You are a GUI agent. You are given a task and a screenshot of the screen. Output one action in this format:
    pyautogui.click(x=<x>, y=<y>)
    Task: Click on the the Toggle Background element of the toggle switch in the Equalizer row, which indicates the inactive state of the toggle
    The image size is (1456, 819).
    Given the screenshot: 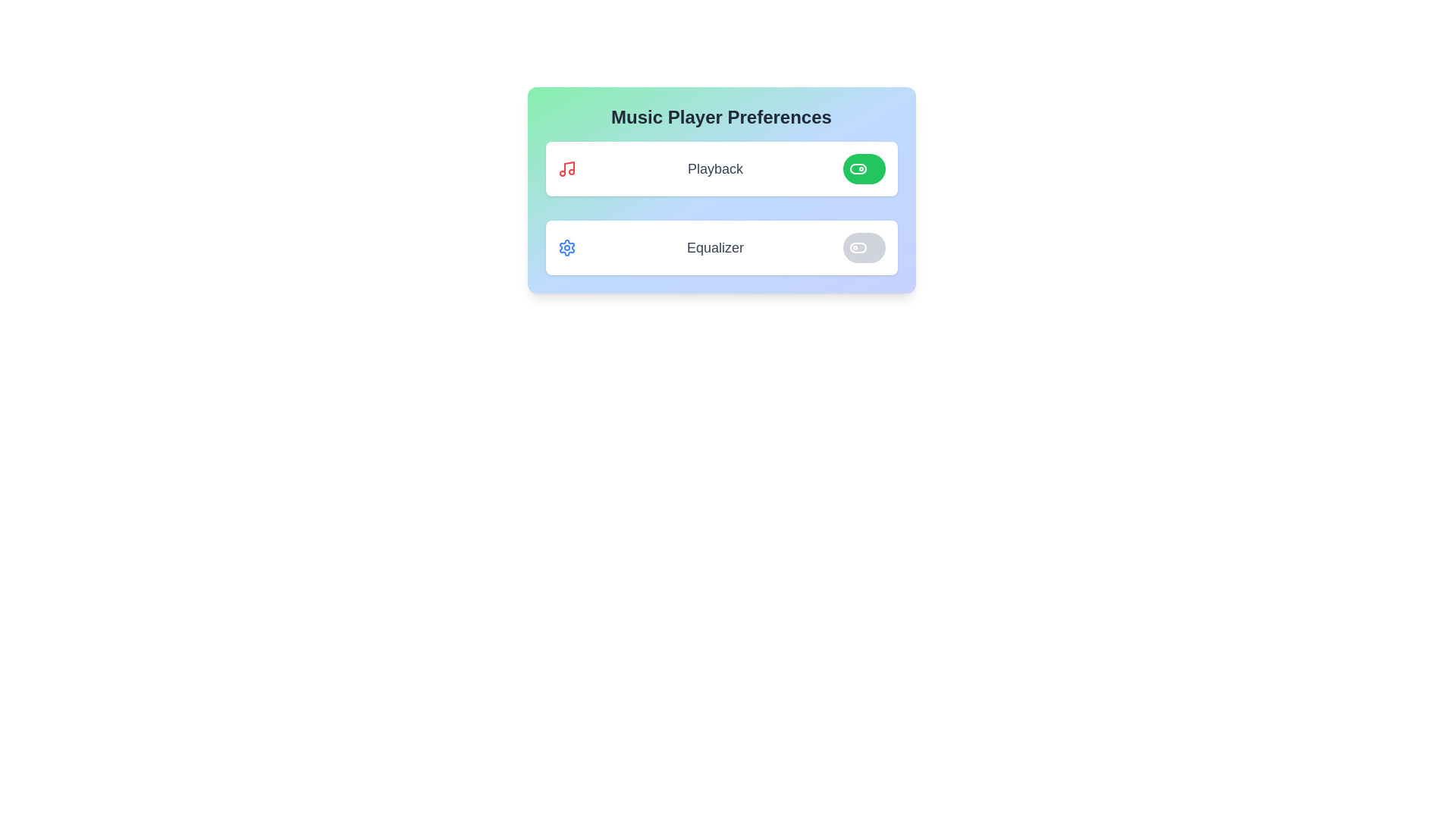 What is the action you would take?
    pyautogui.click(x=858, y=247)
    